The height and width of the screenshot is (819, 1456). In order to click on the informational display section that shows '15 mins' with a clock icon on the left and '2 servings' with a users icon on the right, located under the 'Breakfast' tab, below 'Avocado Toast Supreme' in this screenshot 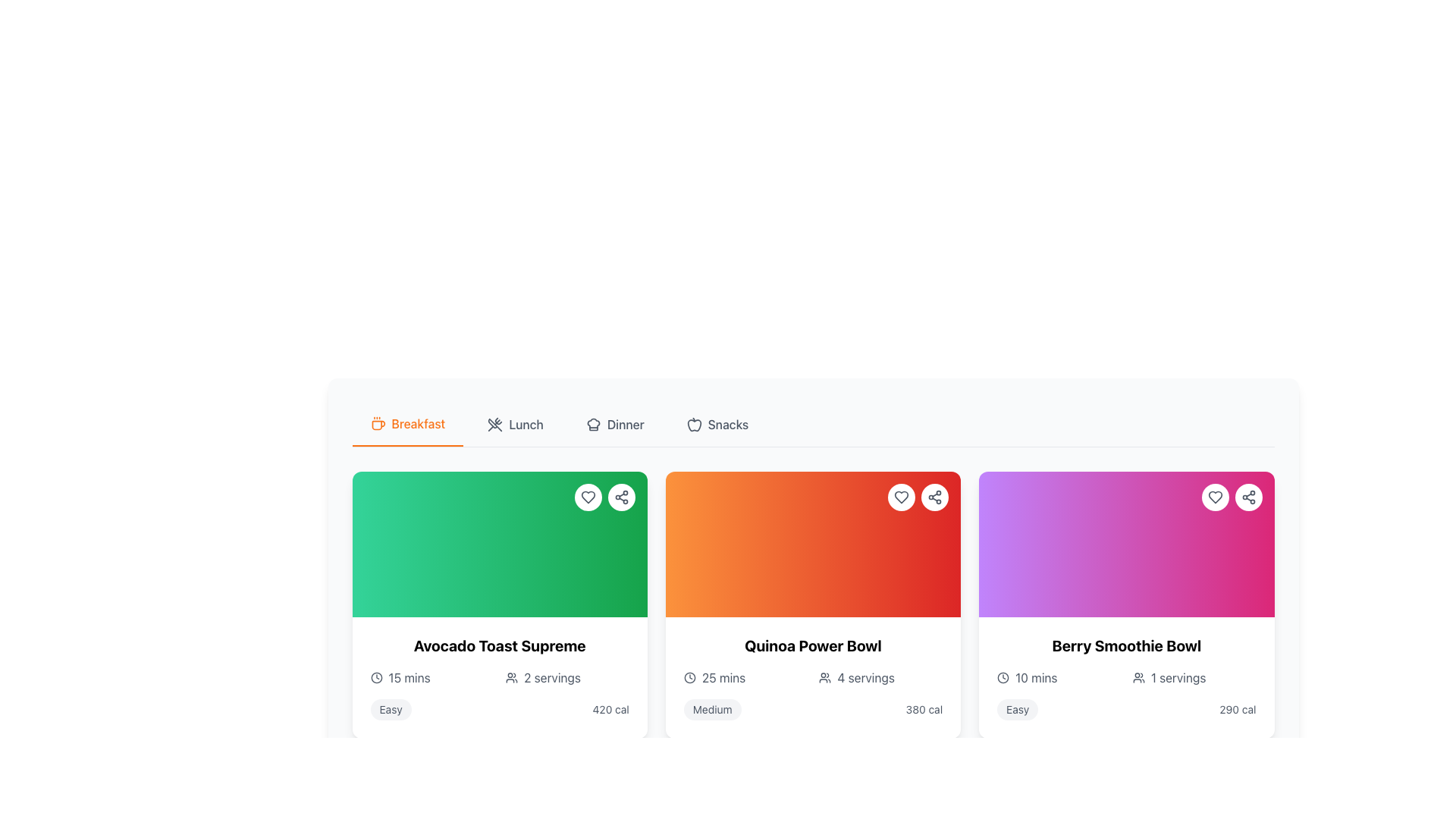, I will do `click(500, 677)`.